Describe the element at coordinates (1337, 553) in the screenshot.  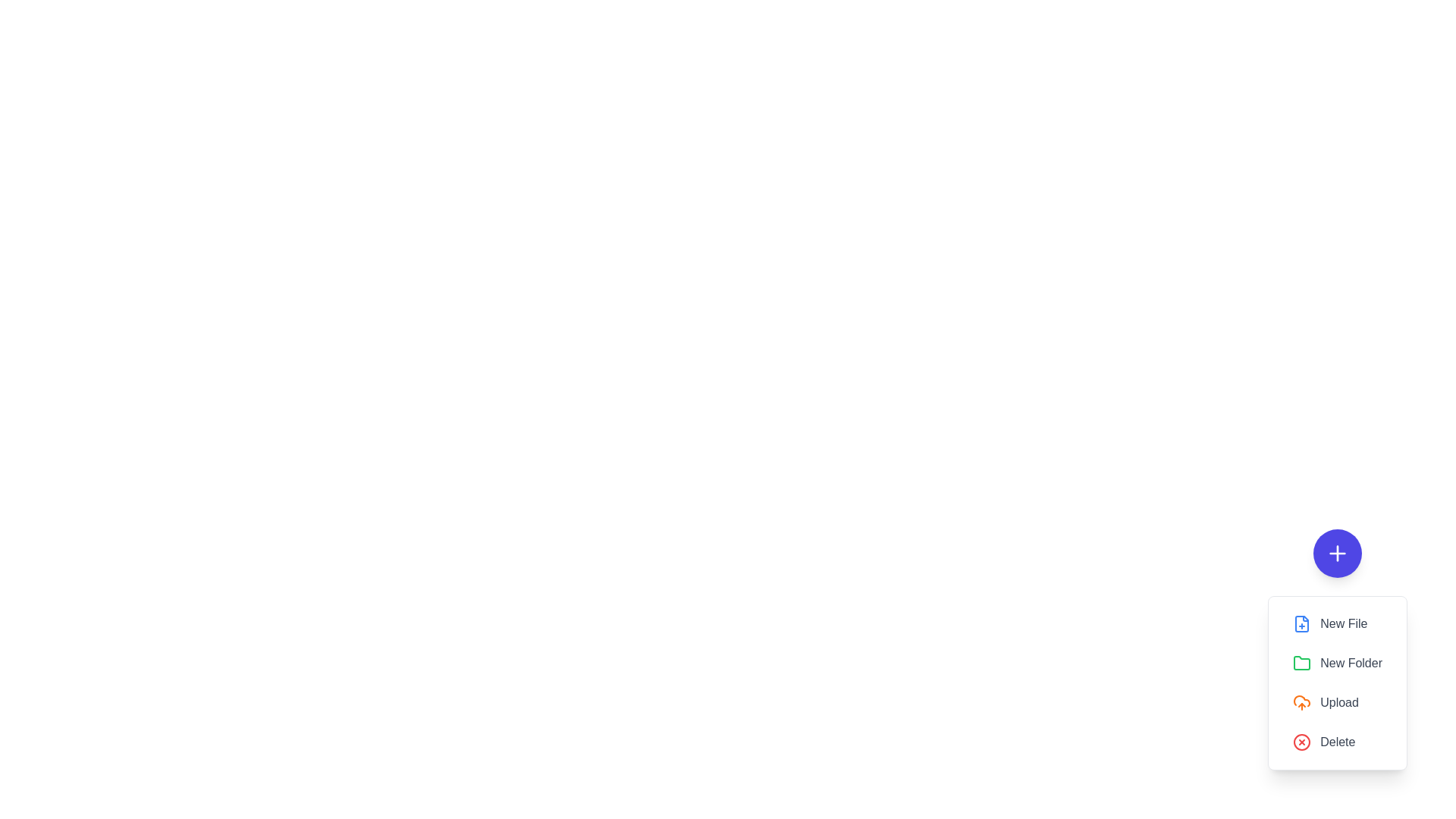
I see `the button to toggle the visibility of the action menu` at that location.